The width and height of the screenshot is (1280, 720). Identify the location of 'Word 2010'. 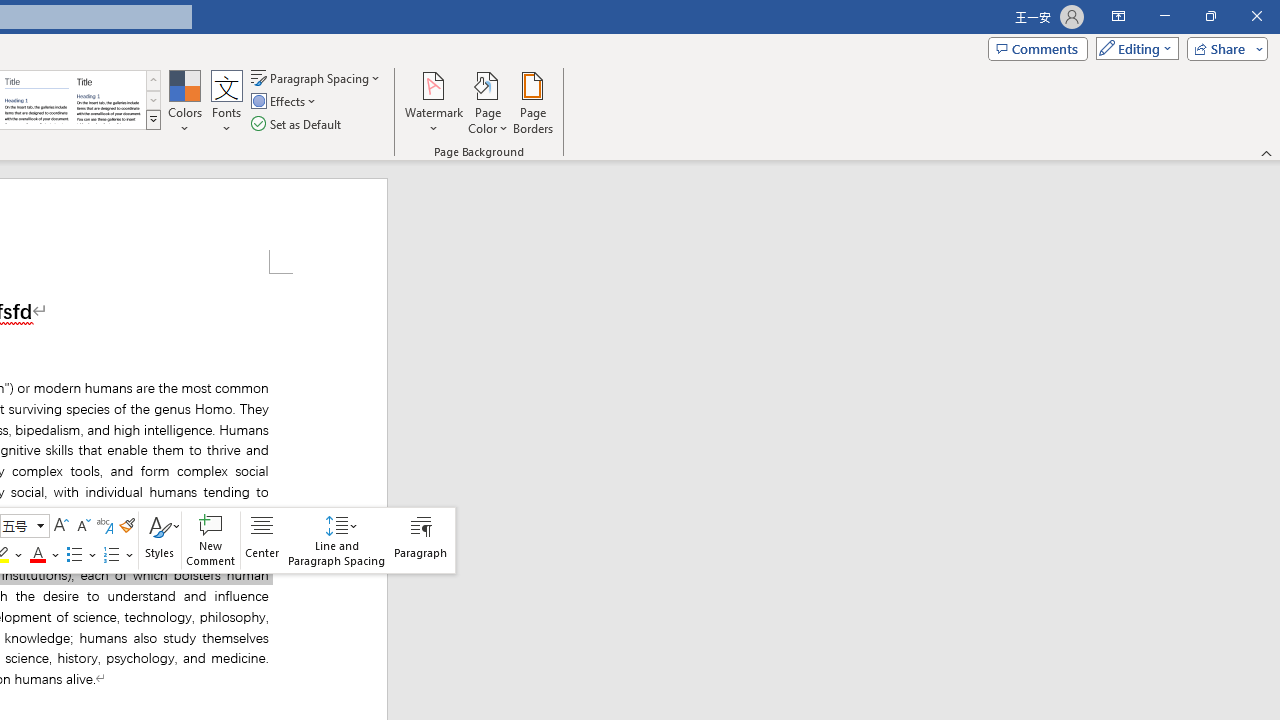
(37, 100).